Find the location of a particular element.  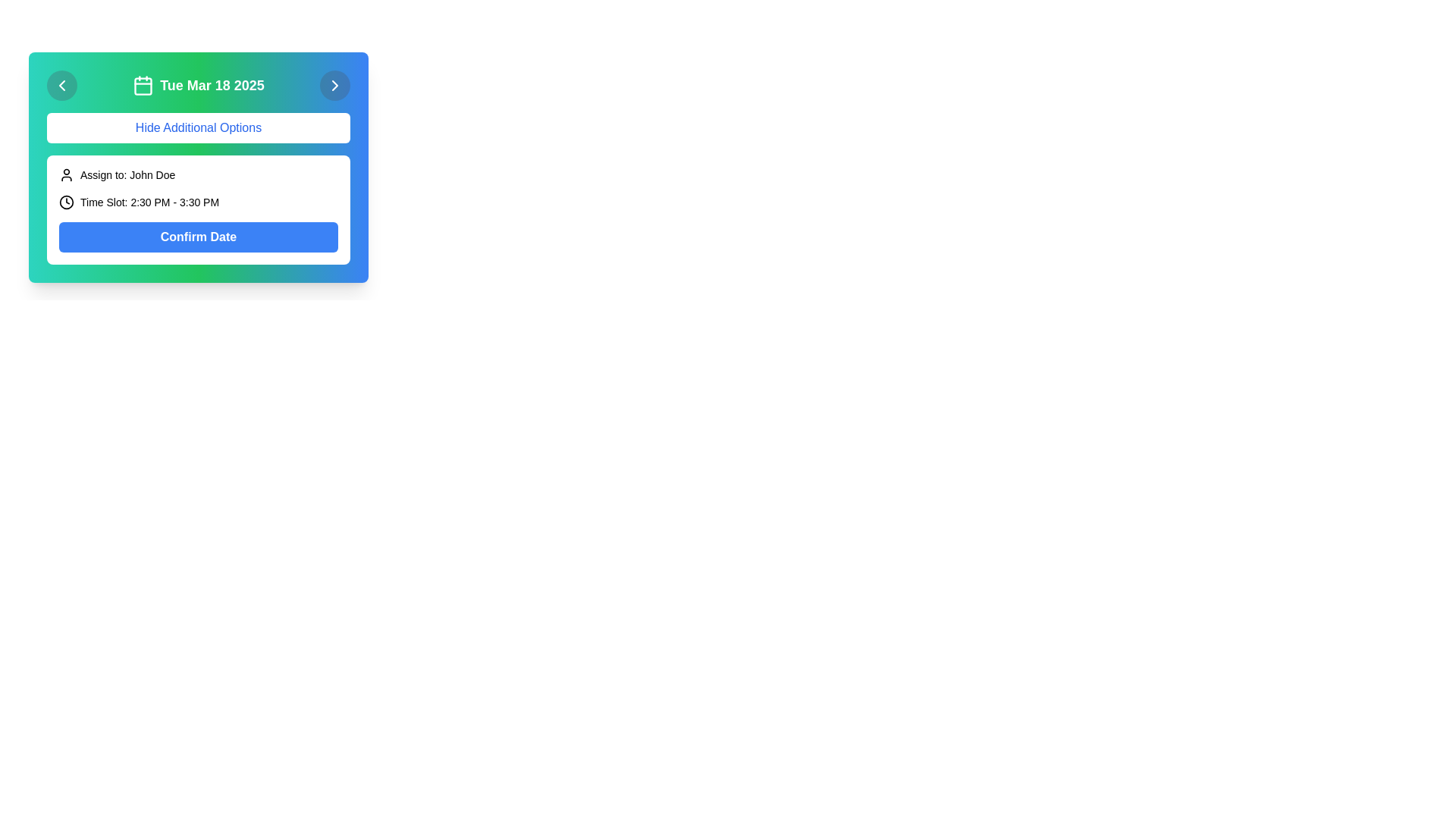

the confirmation button located at the bottom of the white panel containing scheduling information, below the 'Time Slot: 2:30 PM - 3:30 PM' text section is located at coordinates (198, 237).